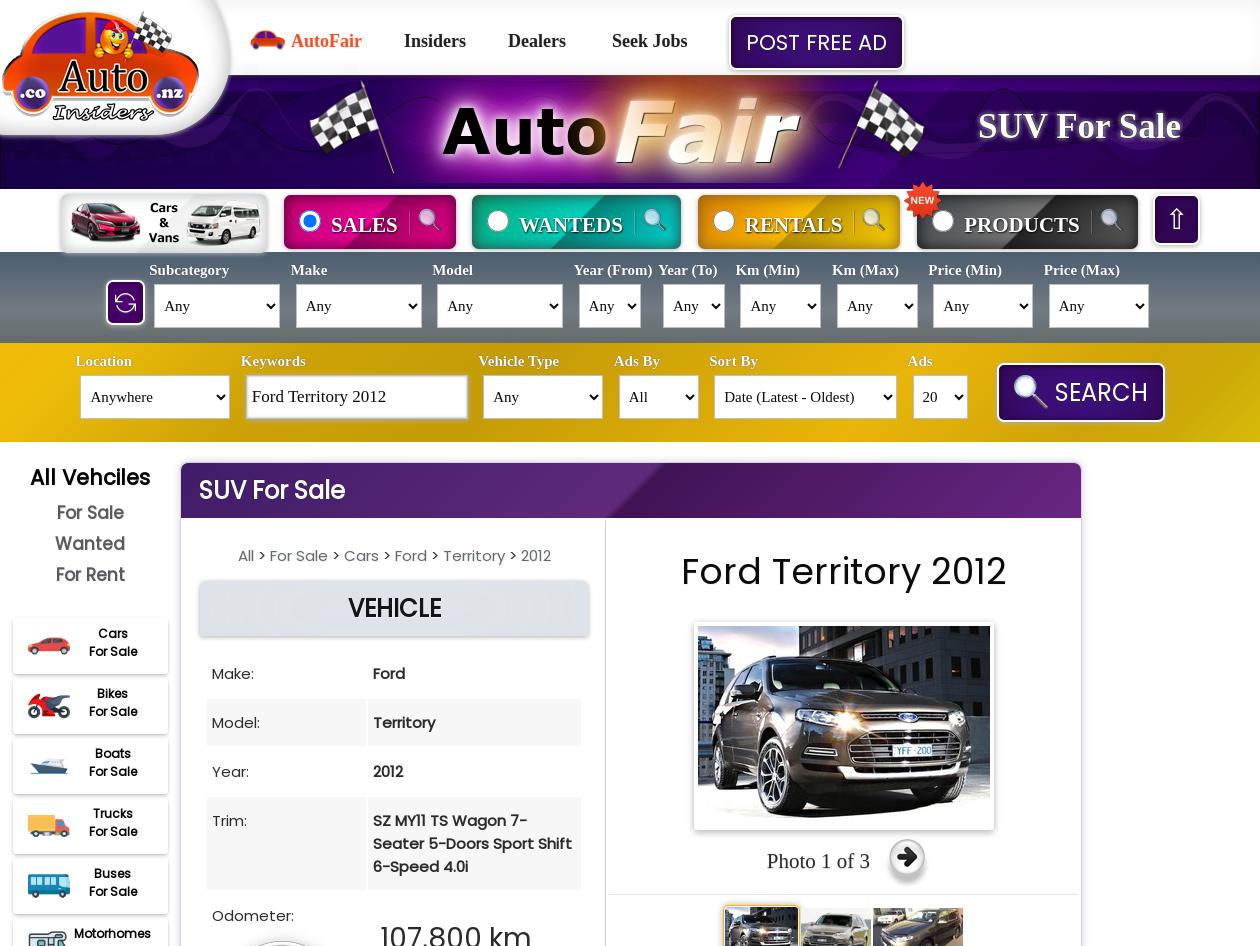 This screenshot has width=1260, height=946. What do you see at coordinates (393, 607) in the screenshot?
I see `'VEHICLE'` at bounding box center [393, 607].